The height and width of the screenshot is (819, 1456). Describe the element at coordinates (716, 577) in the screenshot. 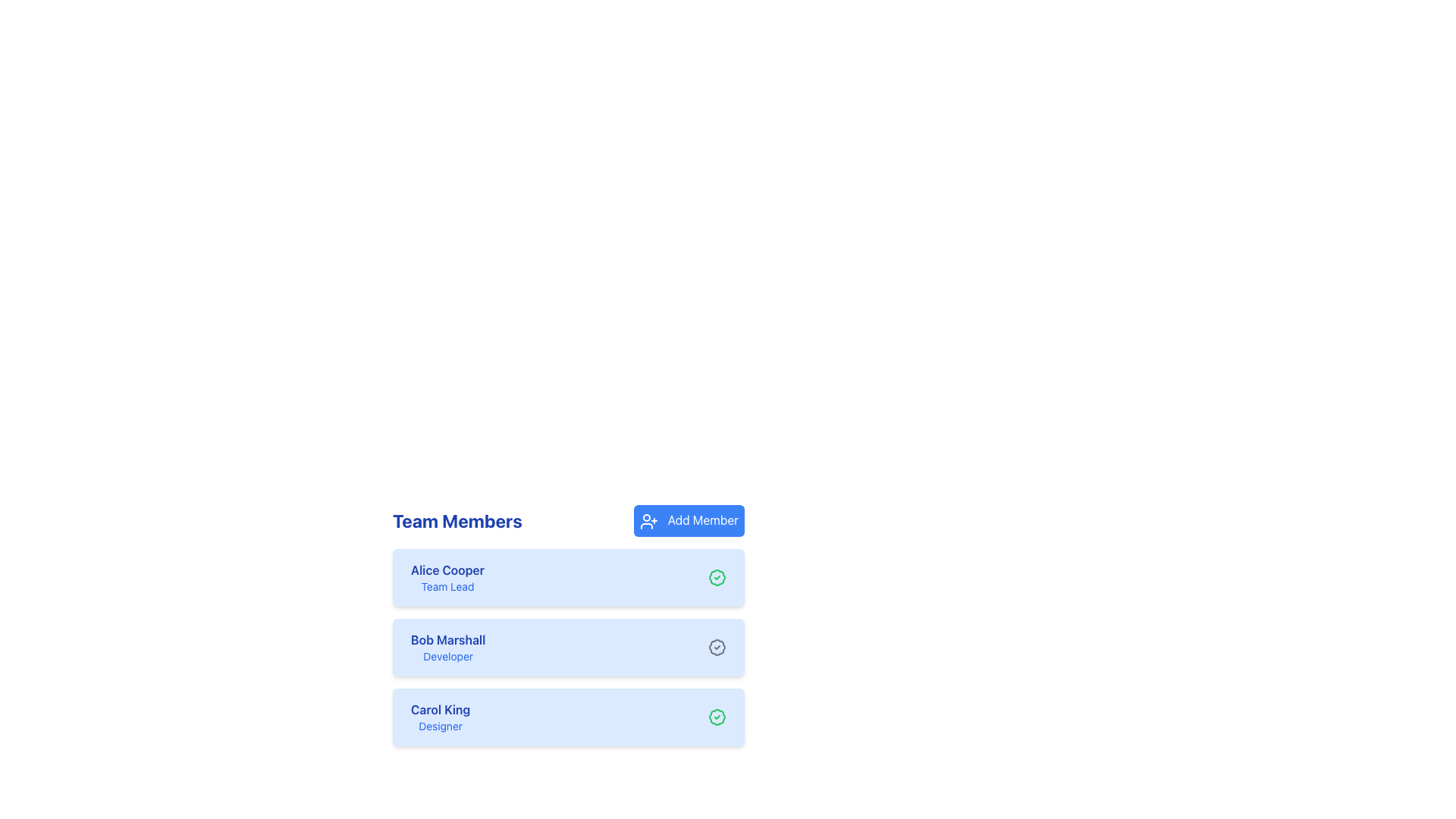

I see `the completed state icon for the user 'Carol King' located in the rightmost position of the third list item under 'Team Members'` at that location.